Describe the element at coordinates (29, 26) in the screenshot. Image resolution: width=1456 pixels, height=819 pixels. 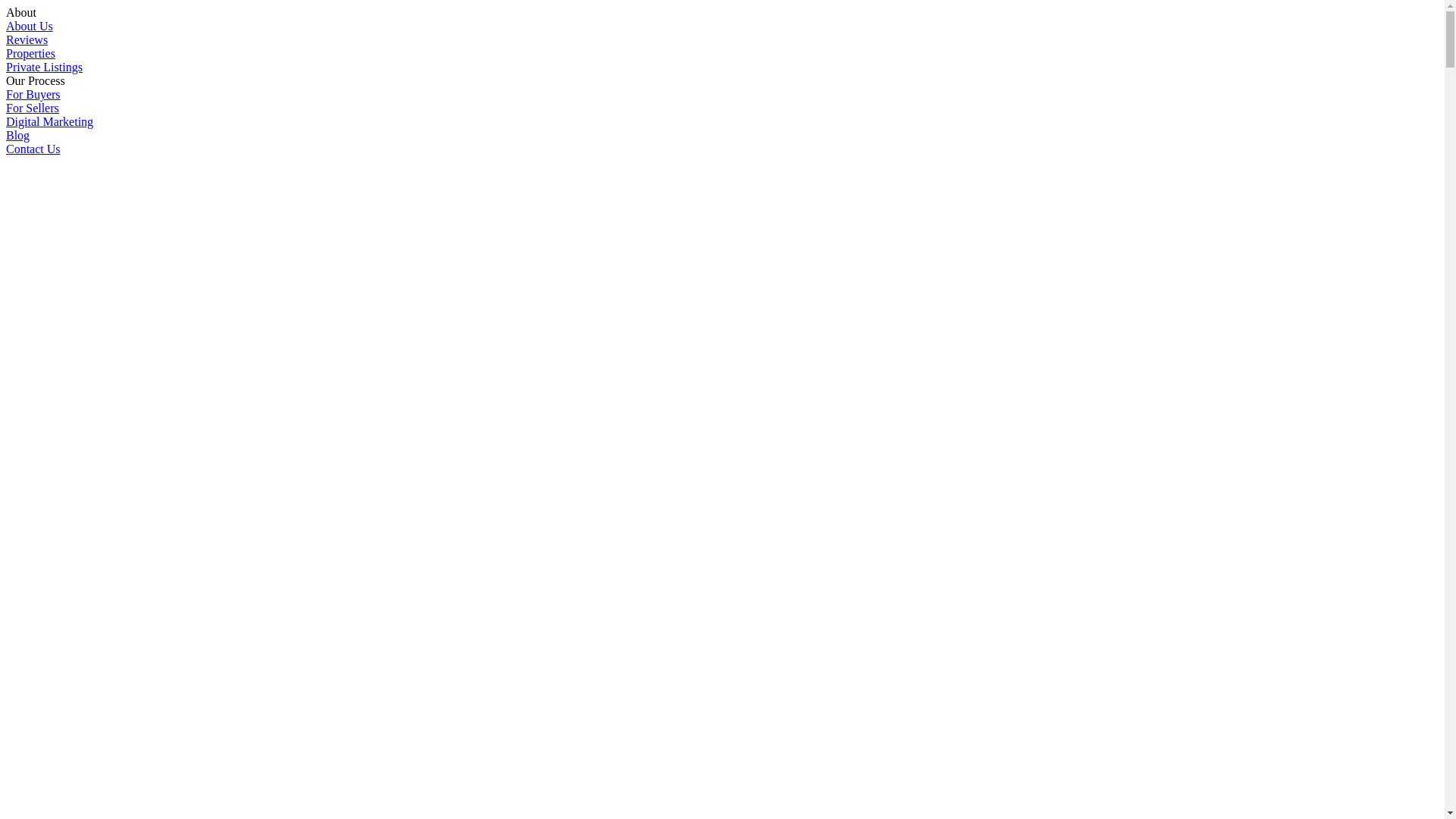
I see `'About Us'` at that location.